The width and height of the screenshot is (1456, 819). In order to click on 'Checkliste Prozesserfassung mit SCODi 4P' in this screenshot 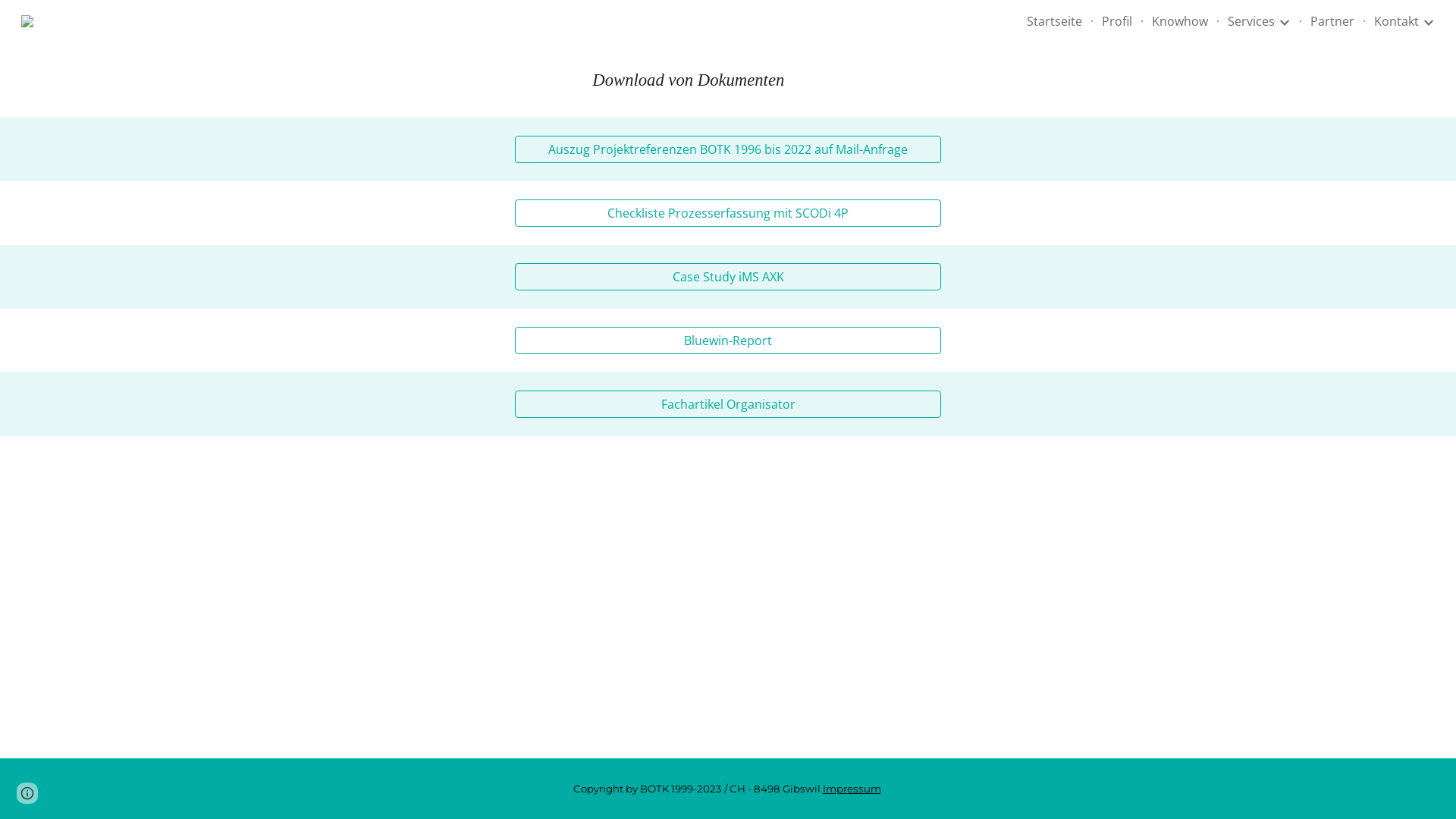, I will do `click(728, 213)`.